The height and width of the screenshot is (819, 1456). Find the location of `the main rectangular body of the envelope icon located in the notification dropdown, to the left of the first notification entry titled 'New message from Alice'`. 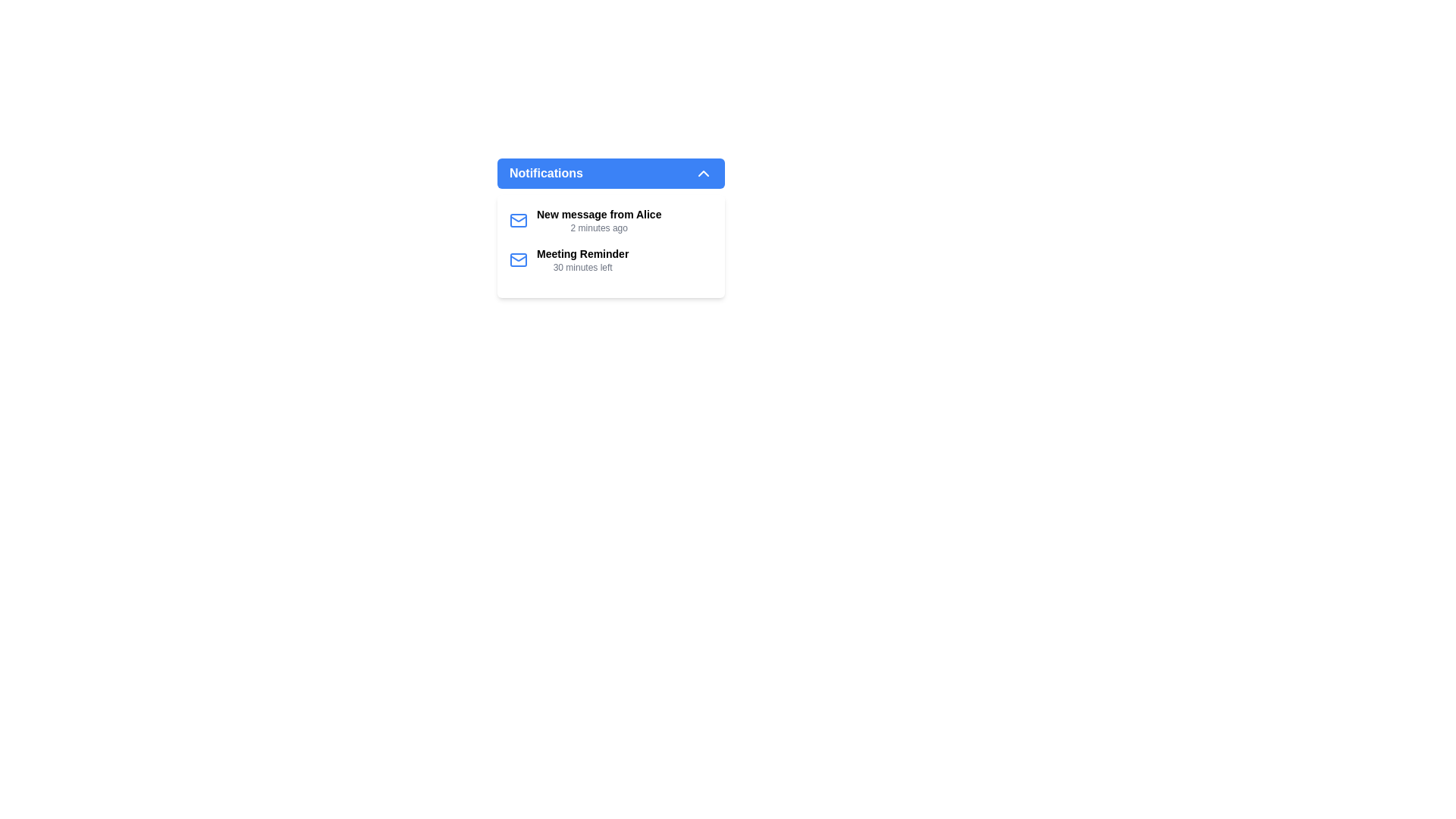

the main rectangular body of the envelope icon located in the notification dropdown, to the left of the first notification entry titled 'New message from Alice' is located at coordinates (519, 220).